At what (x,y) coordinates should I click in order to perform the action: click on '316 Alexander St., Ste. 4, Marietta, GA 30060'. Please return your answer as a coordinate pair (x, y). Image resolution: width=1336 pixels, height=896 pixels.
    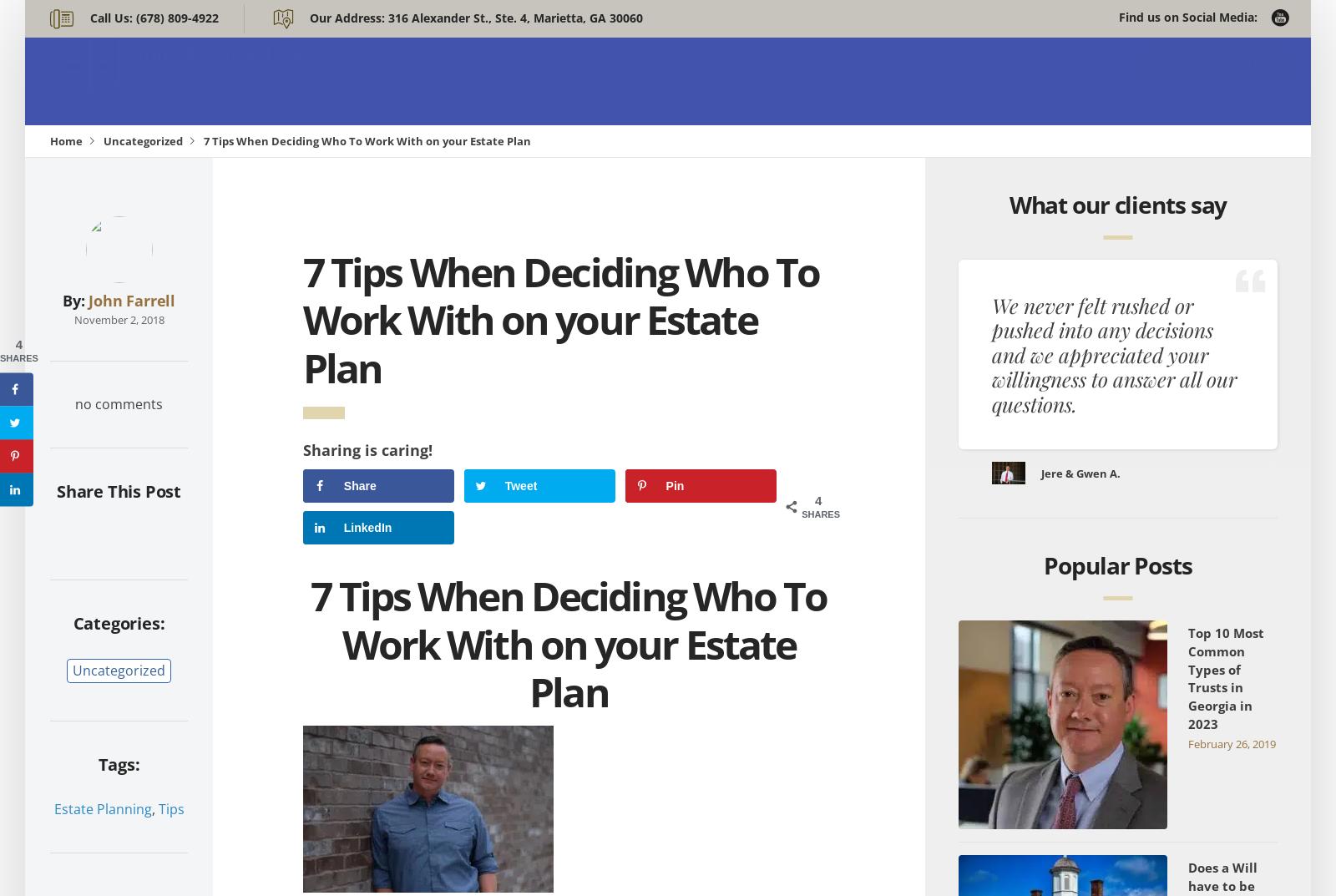
    Looking at the image, I should click on (515, 17).